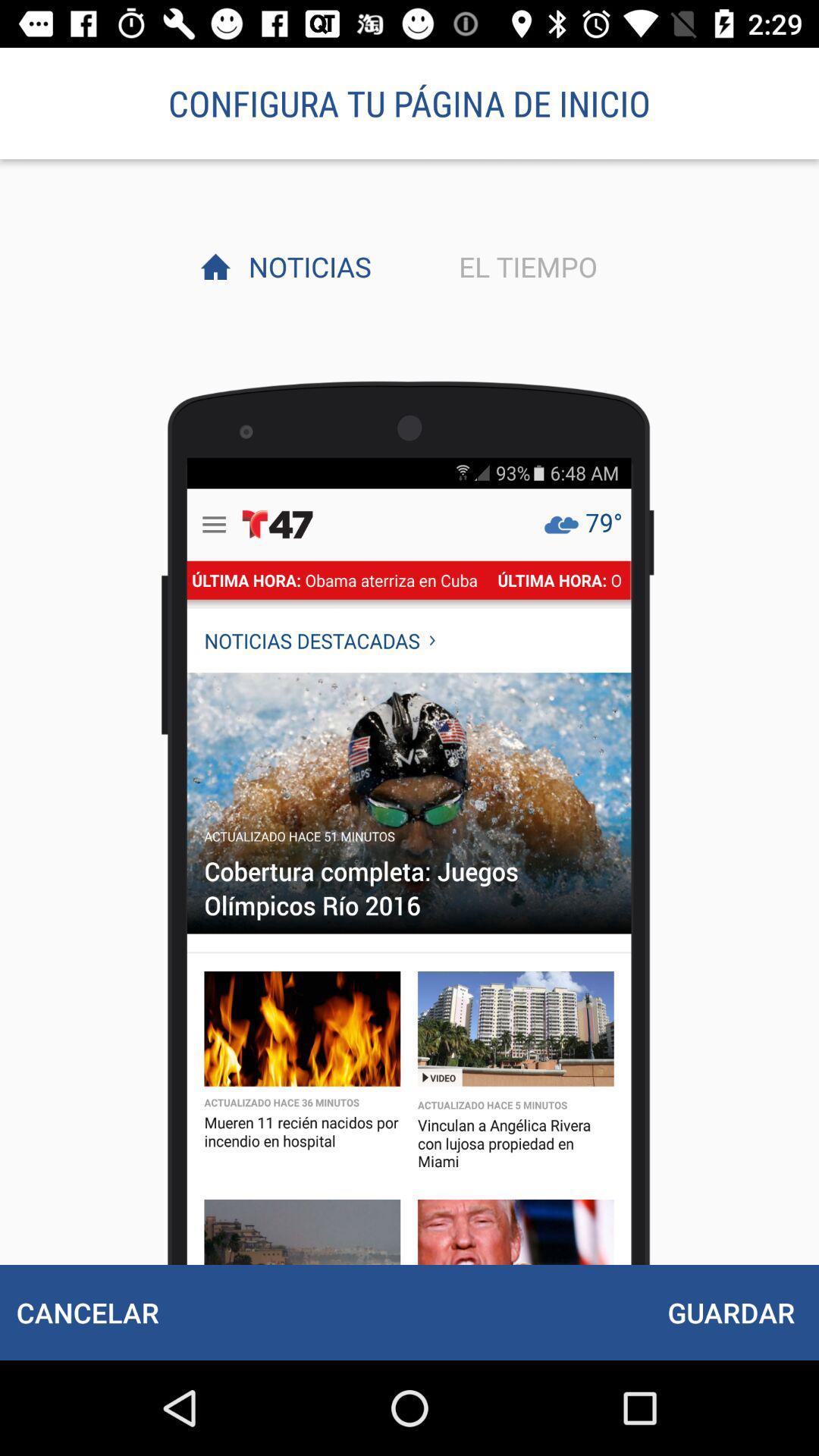 Image resolution: width=819 pixels, height=1456 pixels. I want to click on cancelar icon, so click(87, 1312).